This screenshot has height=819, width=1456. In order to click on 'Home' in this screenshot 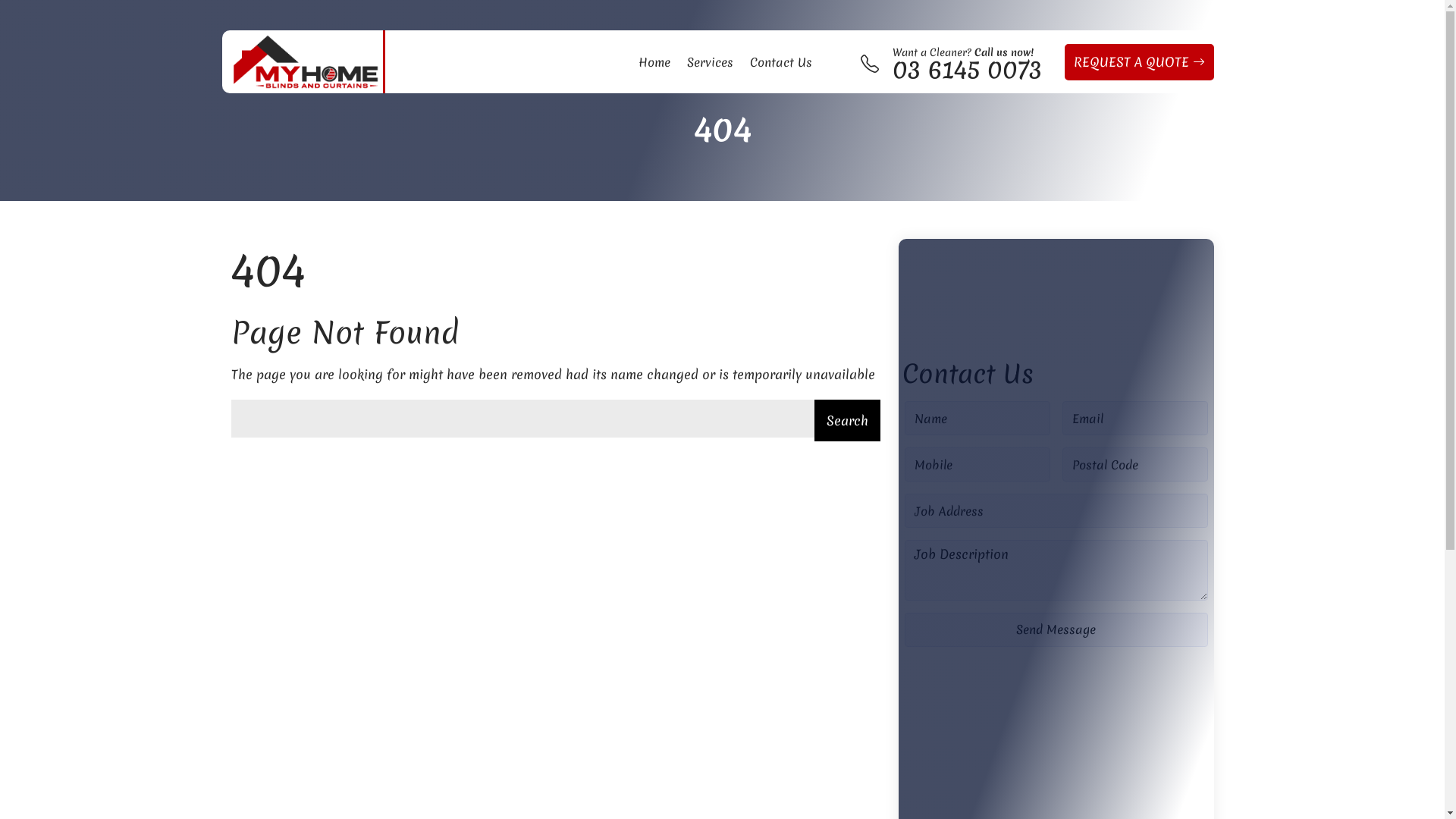, I will do `click(654, 61)`.